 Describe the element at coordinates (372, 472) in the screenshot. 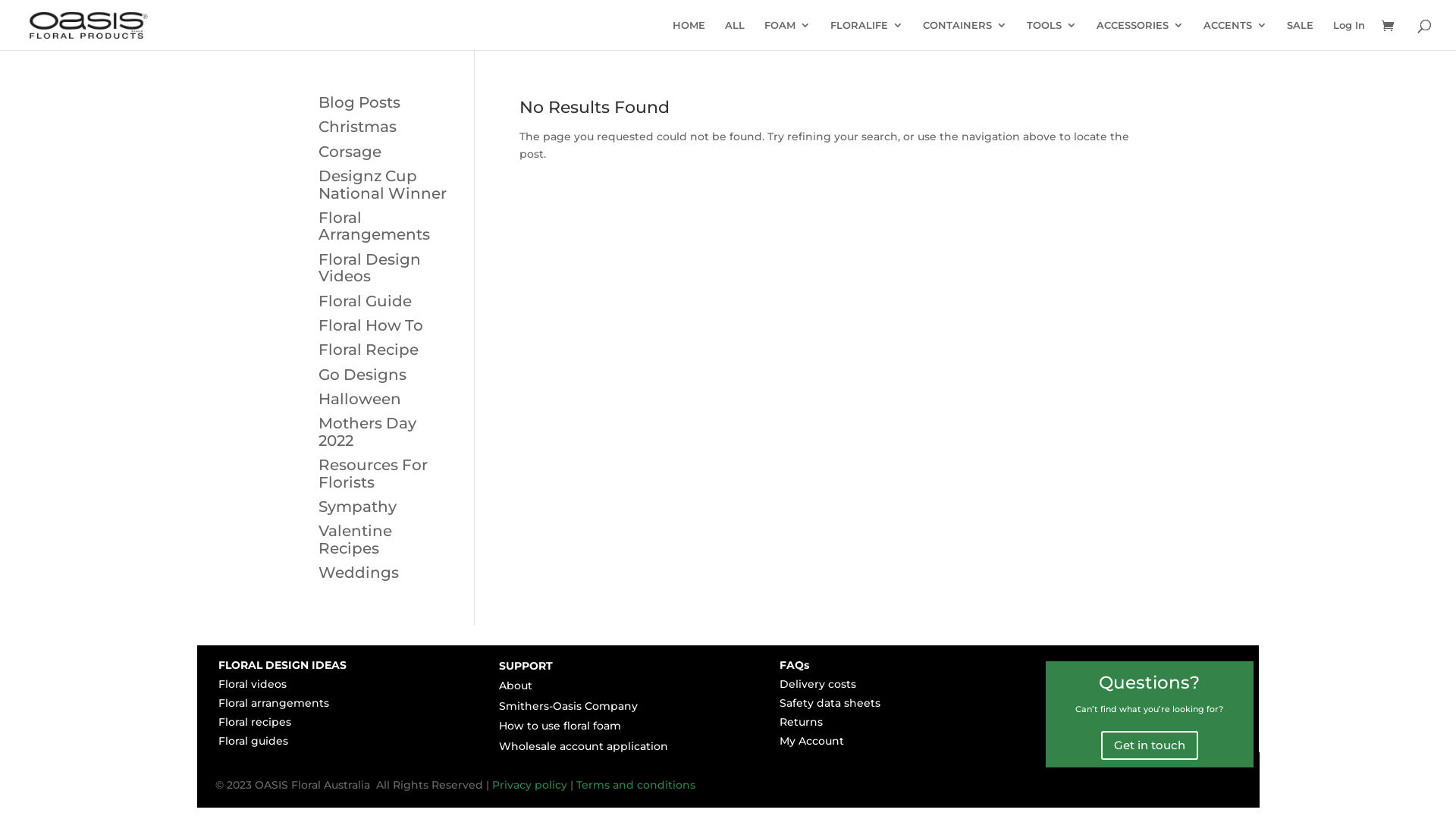

I see `'Resources For Florists'` at that location.